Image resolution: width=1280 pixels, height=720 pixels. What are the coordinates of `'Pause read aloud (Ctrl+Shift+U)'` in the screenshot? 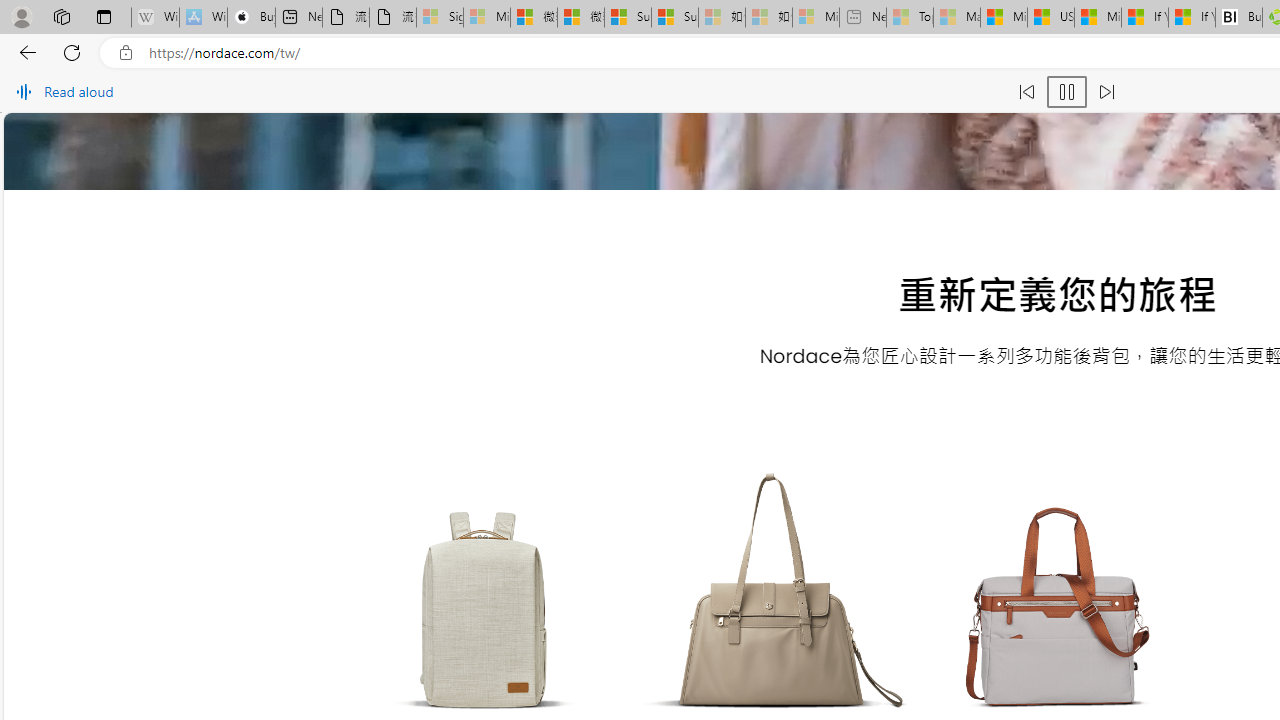 It's located at (1065, 92).